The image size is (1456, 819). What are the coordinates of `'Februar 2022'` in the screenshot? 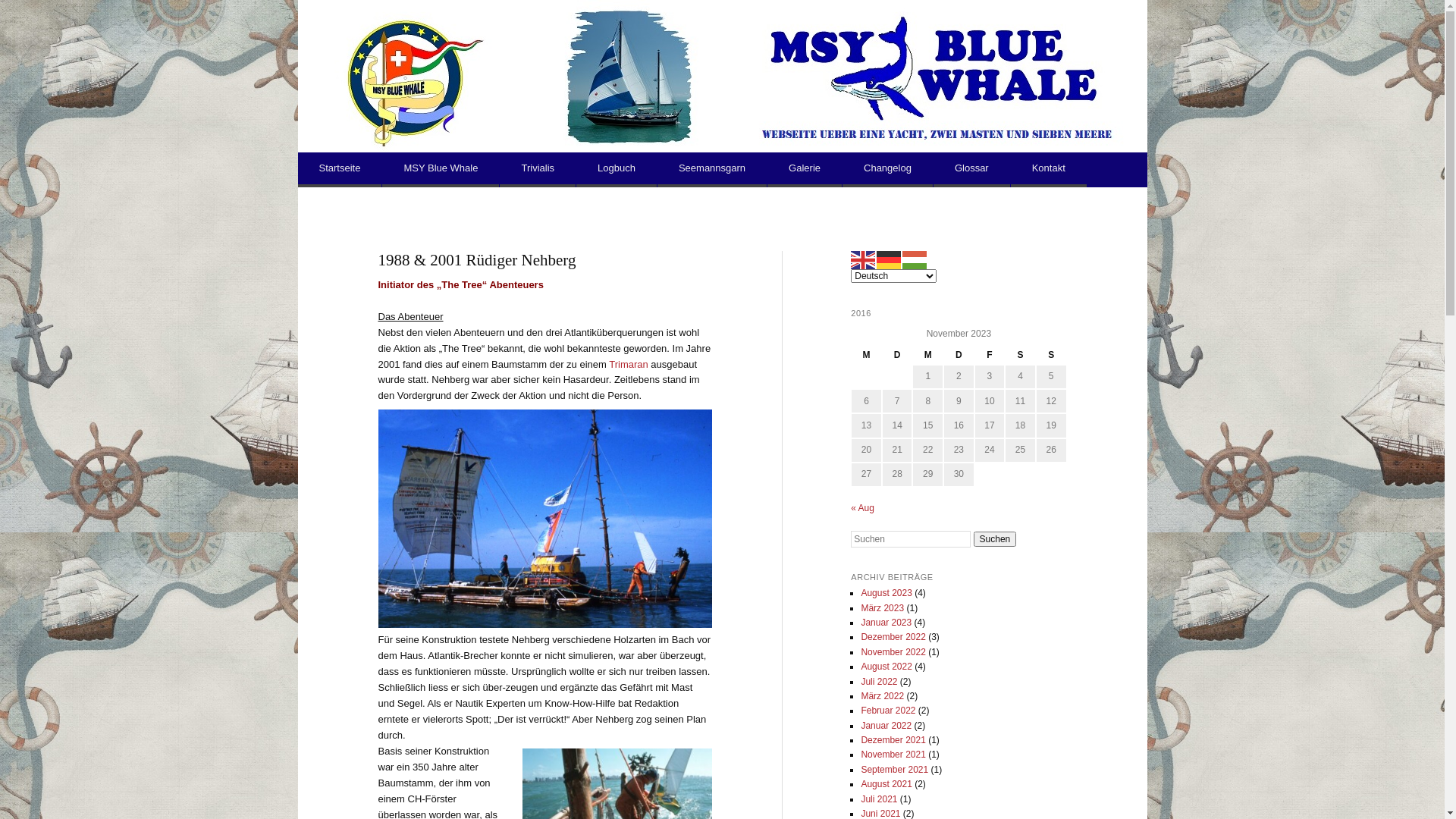 It's located at (888, 711).